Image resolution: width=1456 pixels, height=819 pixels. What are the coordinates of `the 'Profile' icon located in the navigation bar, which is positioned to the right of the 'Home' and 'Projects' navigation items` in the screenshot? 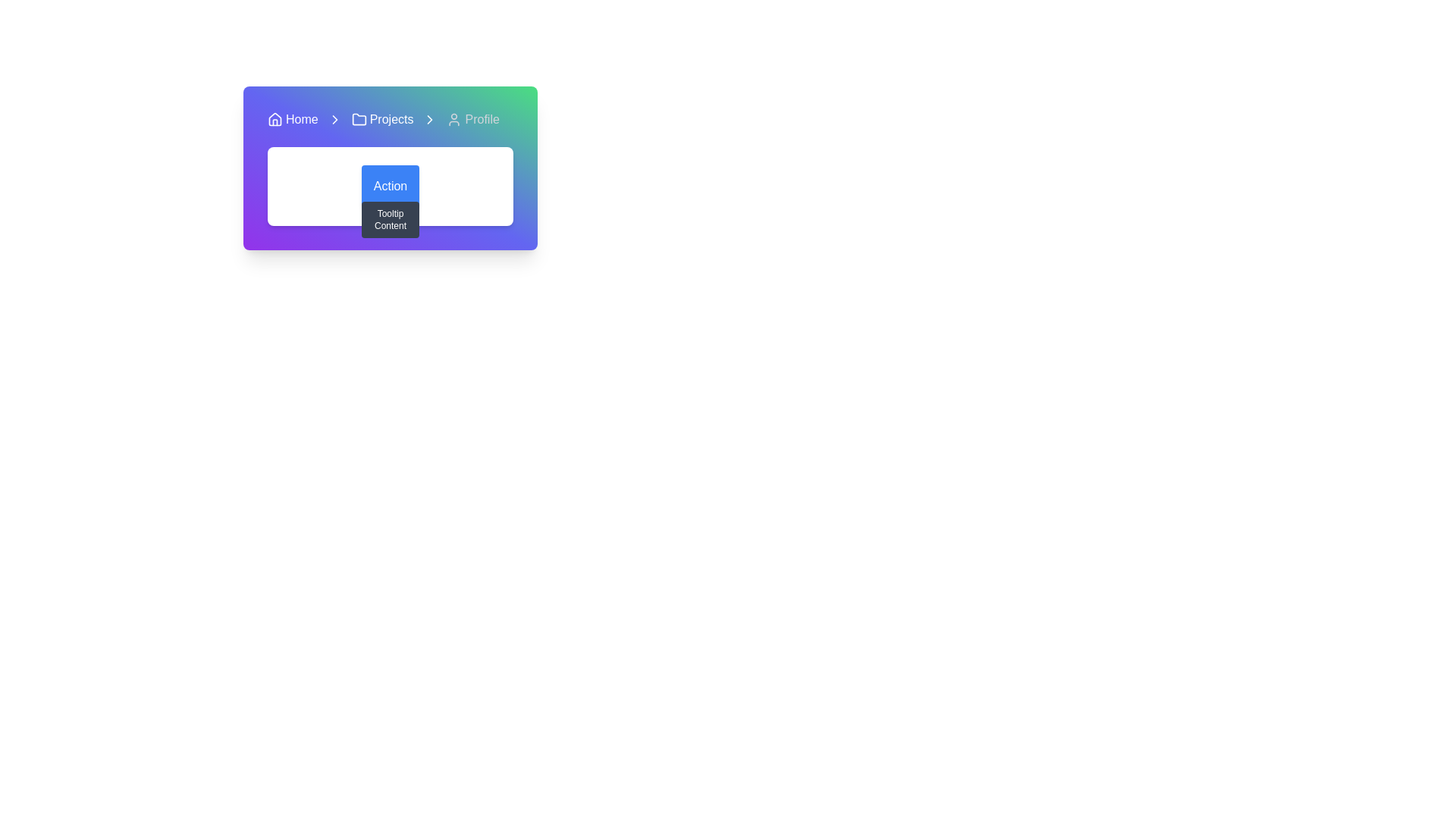 It's located at (453, 119).